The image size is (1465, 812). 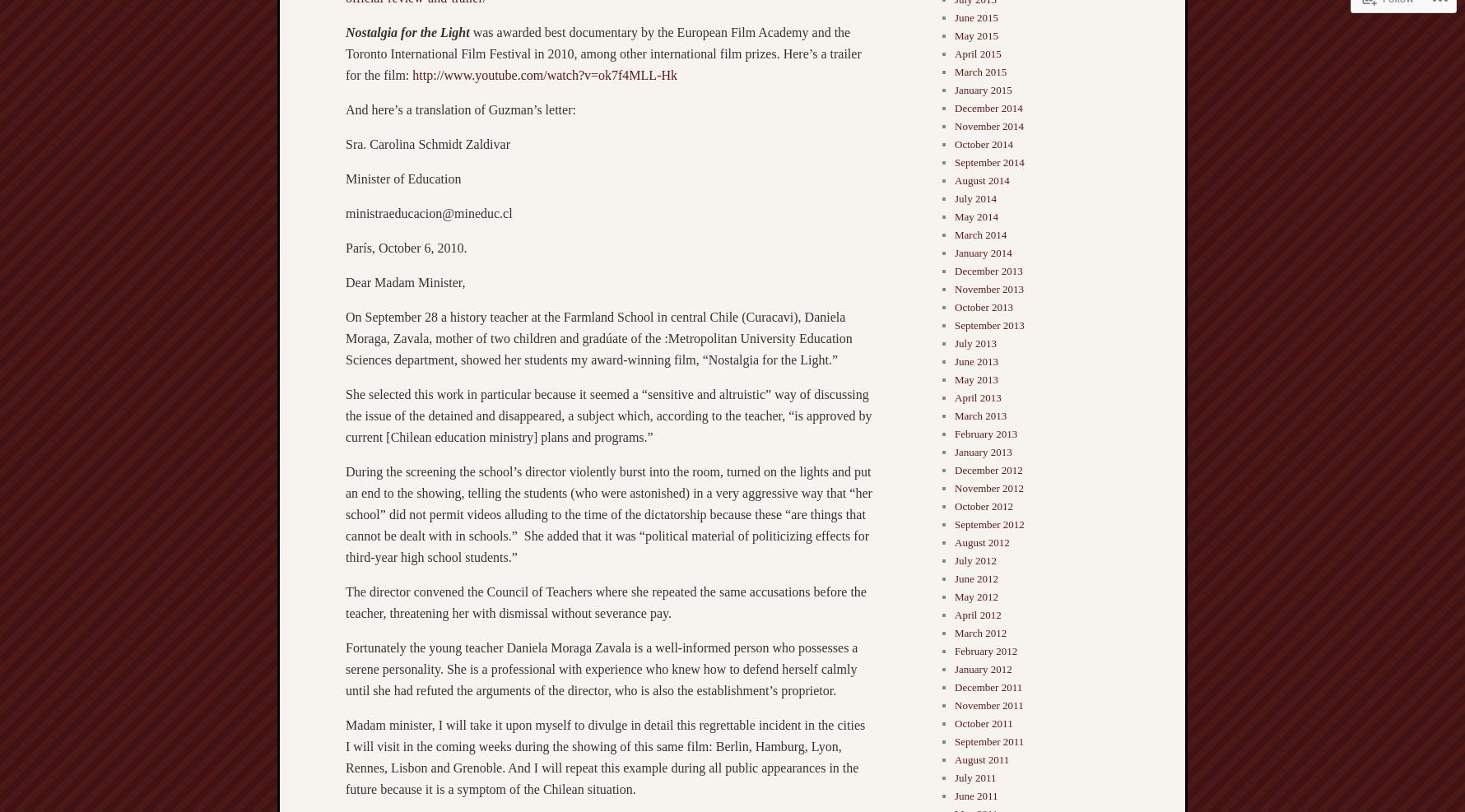 What do you see at coordinates (981, 759) in the screenshot?
I see `'August 2011'` at bounding box center [981, 759].